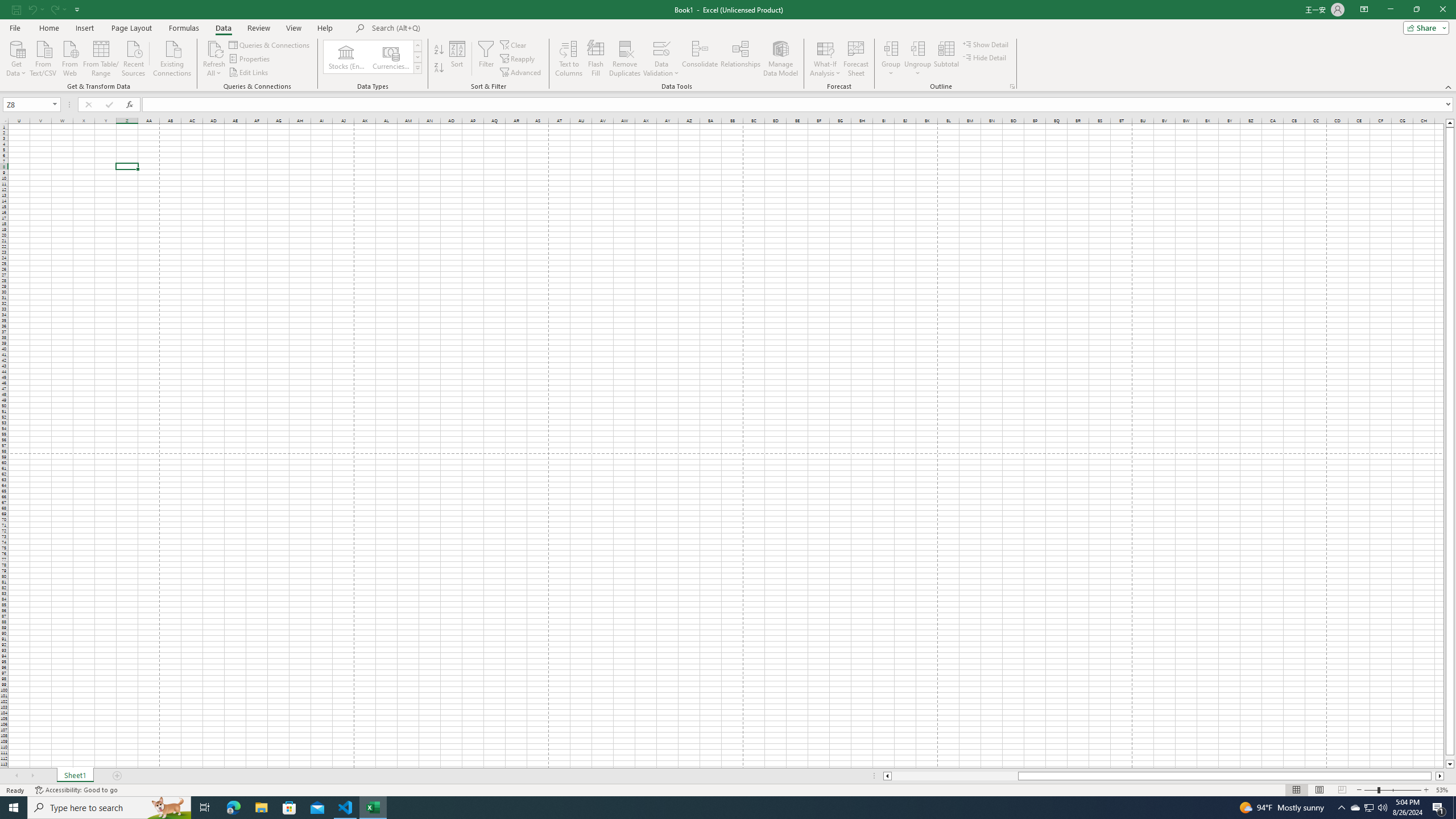  I want to click on 'Relationships', so click(739, 59).